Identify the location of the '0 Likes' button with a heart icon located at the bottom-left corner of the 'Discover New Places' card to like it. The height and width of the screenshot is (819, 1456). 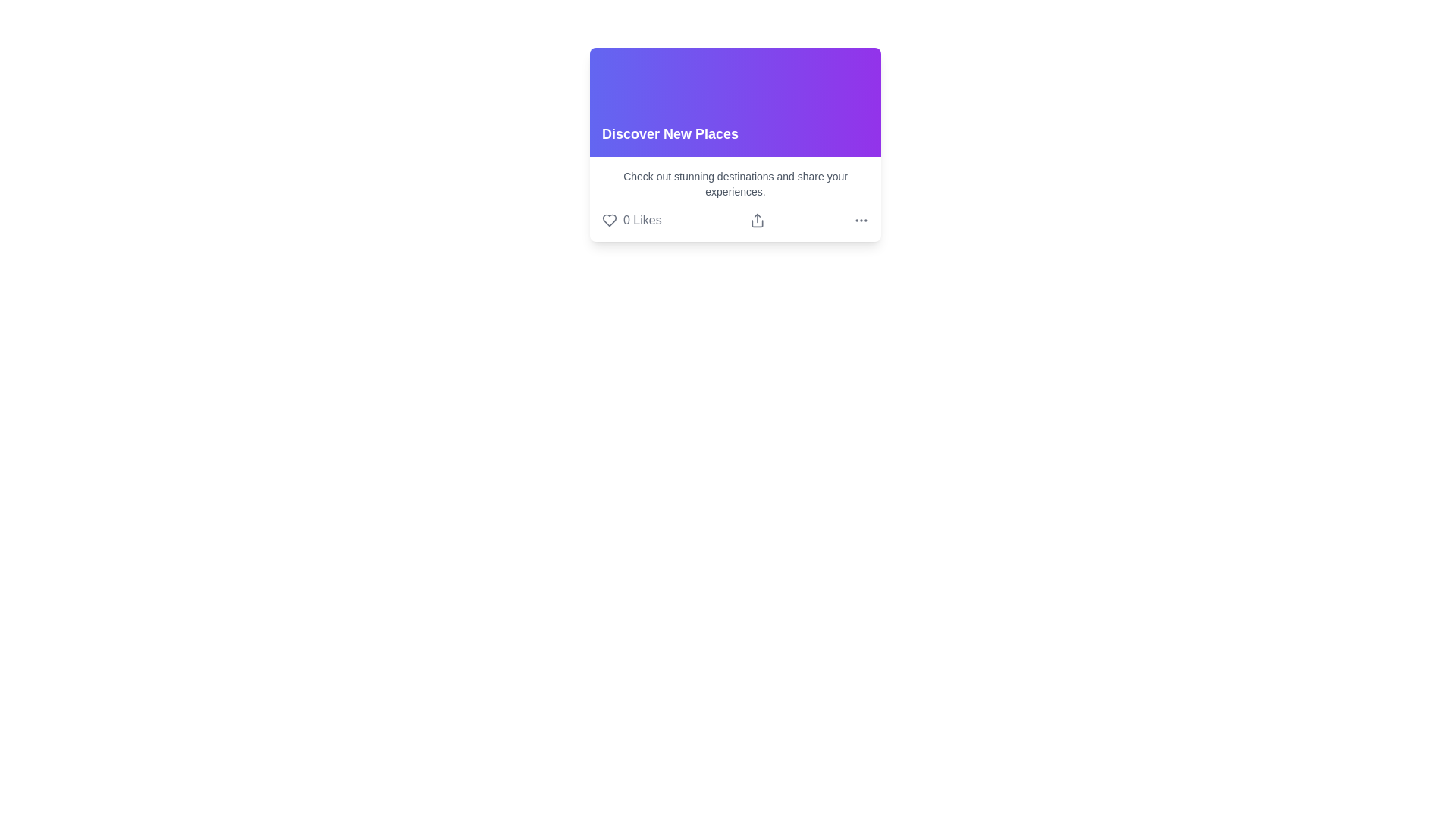
(632, 220).